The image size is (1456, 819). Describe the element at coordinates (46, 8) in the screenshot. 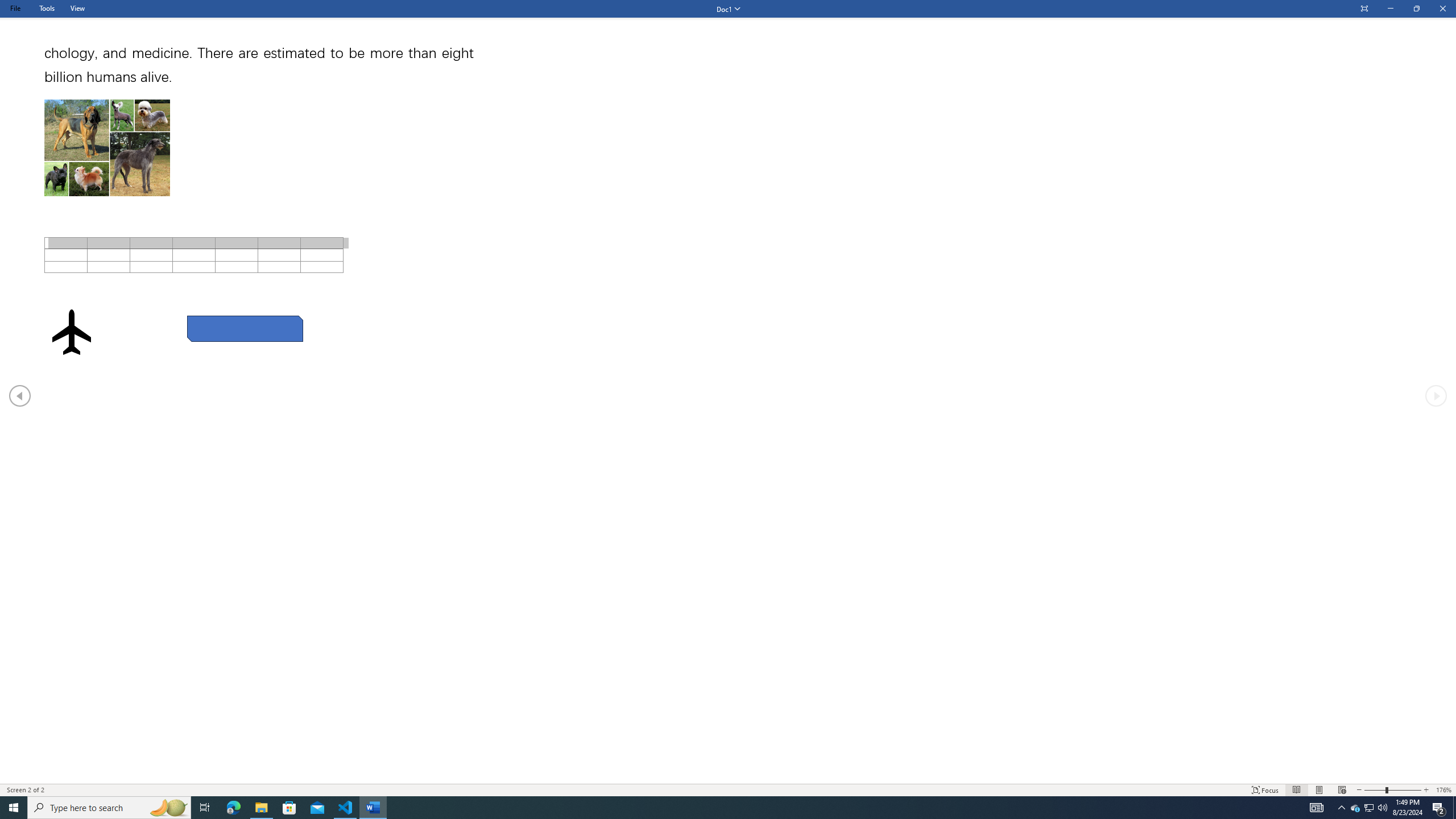

I see `'Tools'` at that location.